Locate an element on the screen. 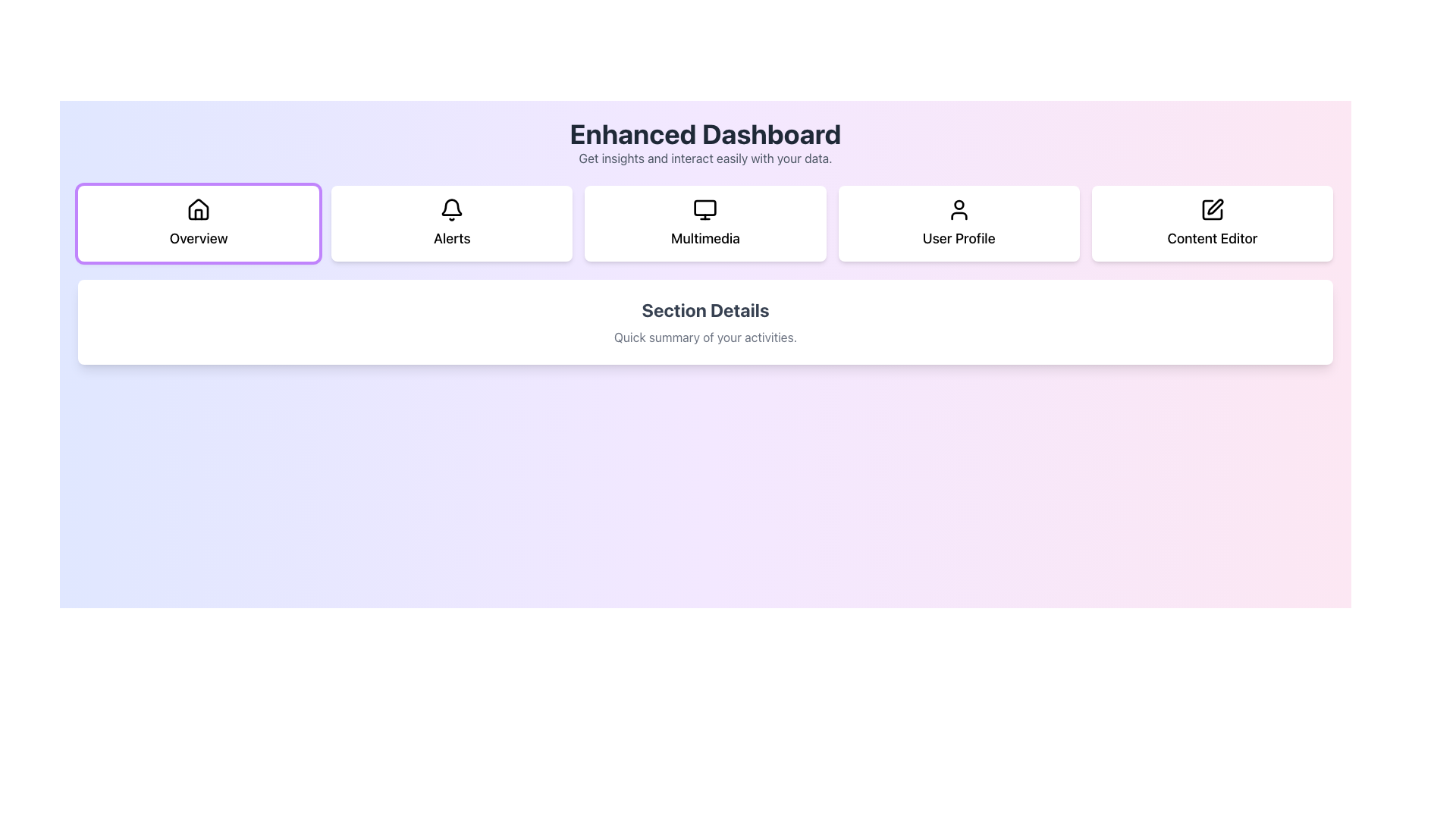  the static text label displaying 'Multimedia', which is centrally aligned below a monitor icon in a button-like structure, specifically the third button in a row of similar buttons is located at coordinates (704, 239).